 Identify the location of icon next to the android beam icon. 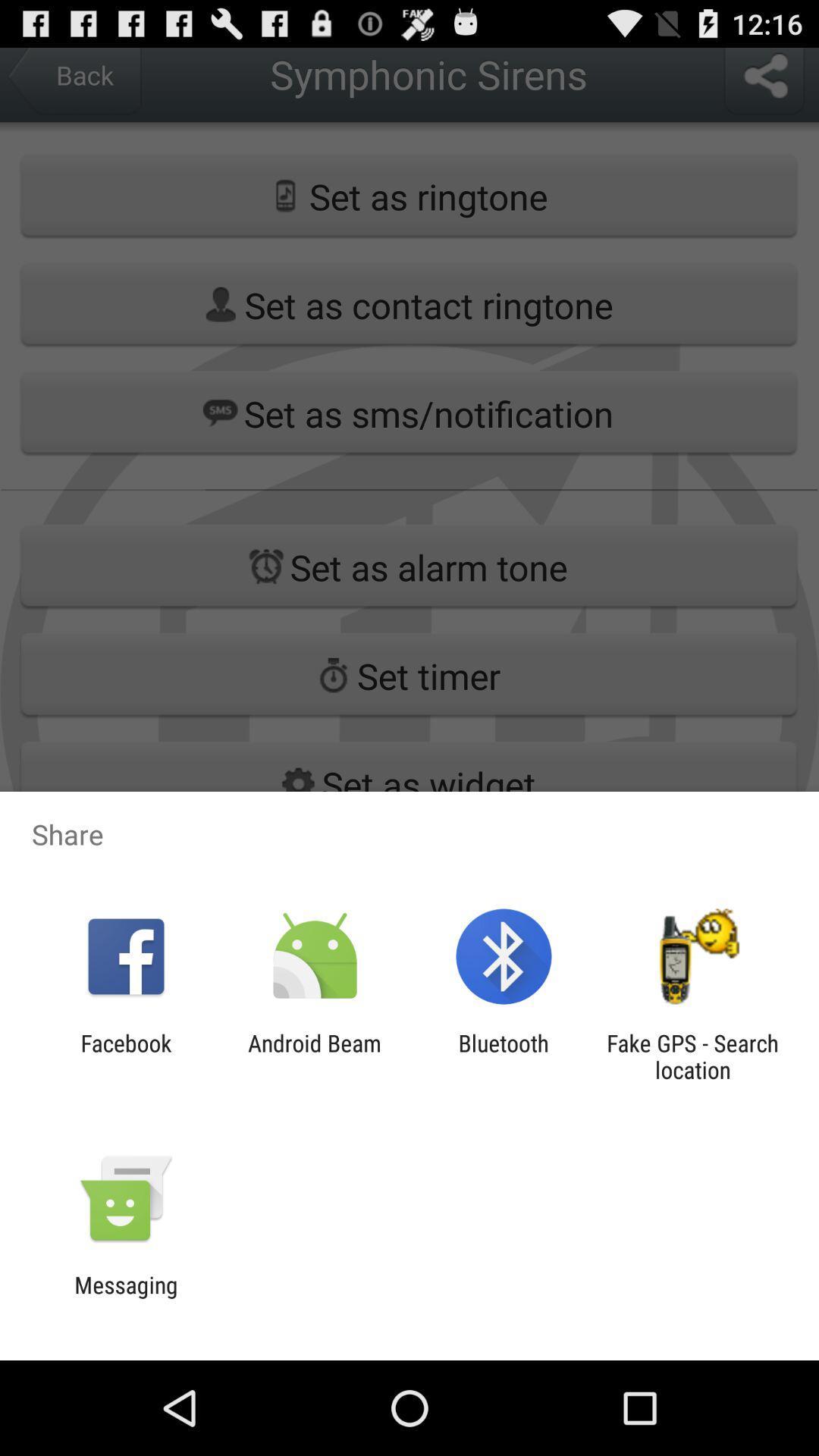
(125, 1056).